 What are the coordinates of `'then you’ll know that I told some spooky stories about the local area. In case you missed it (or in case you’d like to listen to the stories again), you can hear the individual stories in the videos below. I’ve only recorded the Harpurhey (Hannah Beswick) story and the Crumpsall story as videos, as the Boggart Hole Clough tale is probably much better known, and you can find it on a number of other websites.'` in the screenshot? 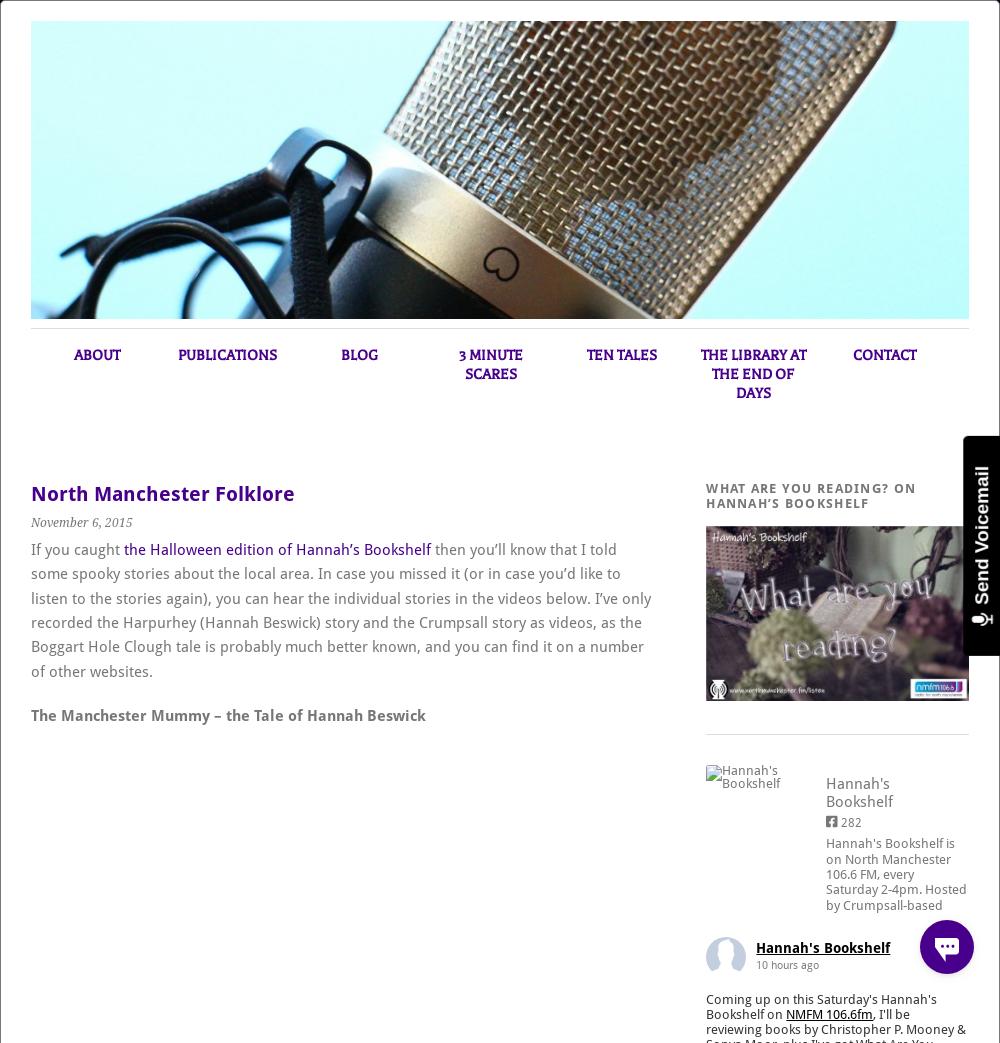 It's located at (340, 609).